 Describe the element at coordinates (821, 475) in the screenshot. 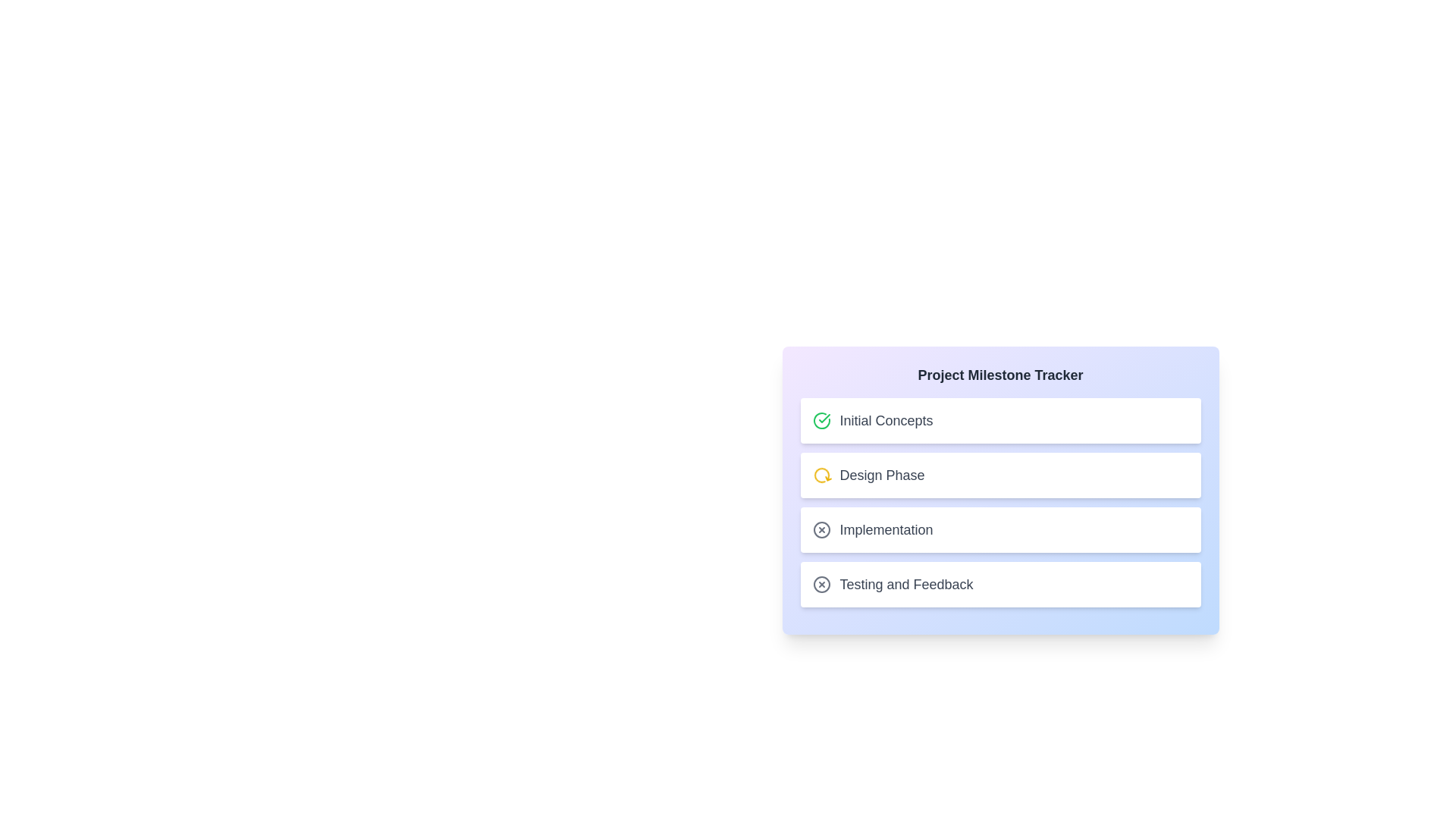

I see `the animation of the circular arrow symbol icon representing the progress indicator for the 'Design Phase' milestone in the 'Project Milestone Tracker.'` at that location.